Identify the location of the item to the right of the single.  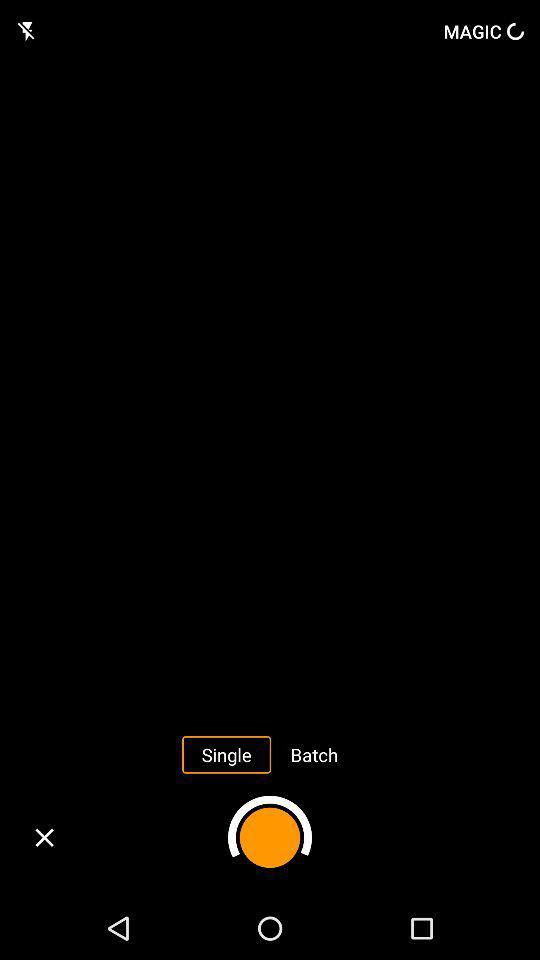
(314, 753).